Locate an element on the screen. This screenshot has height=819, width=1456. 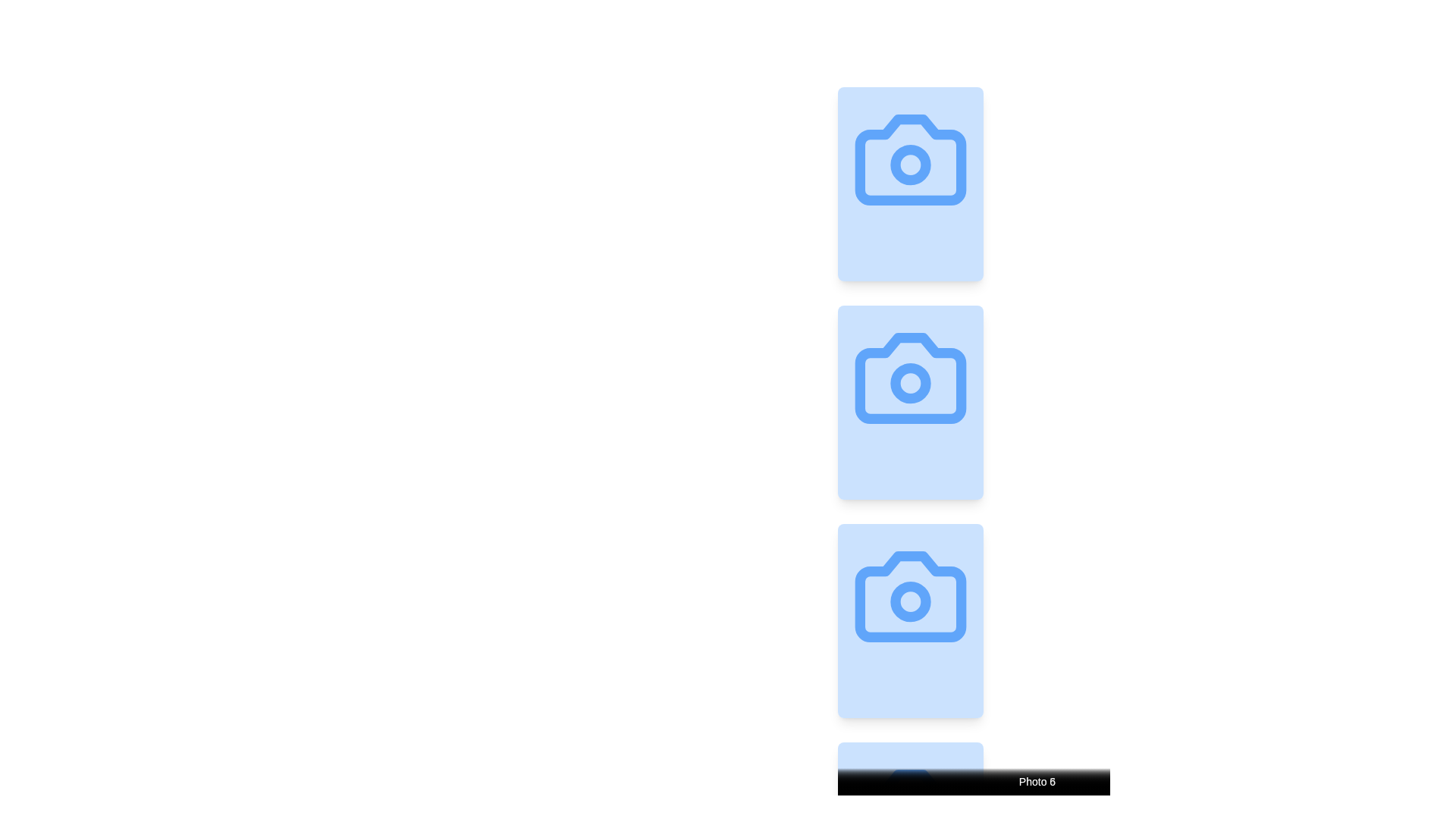
text from the Text Label located at the bottom edge of the card in a vertical list of similar cards is located at coordinates (1037, 781).